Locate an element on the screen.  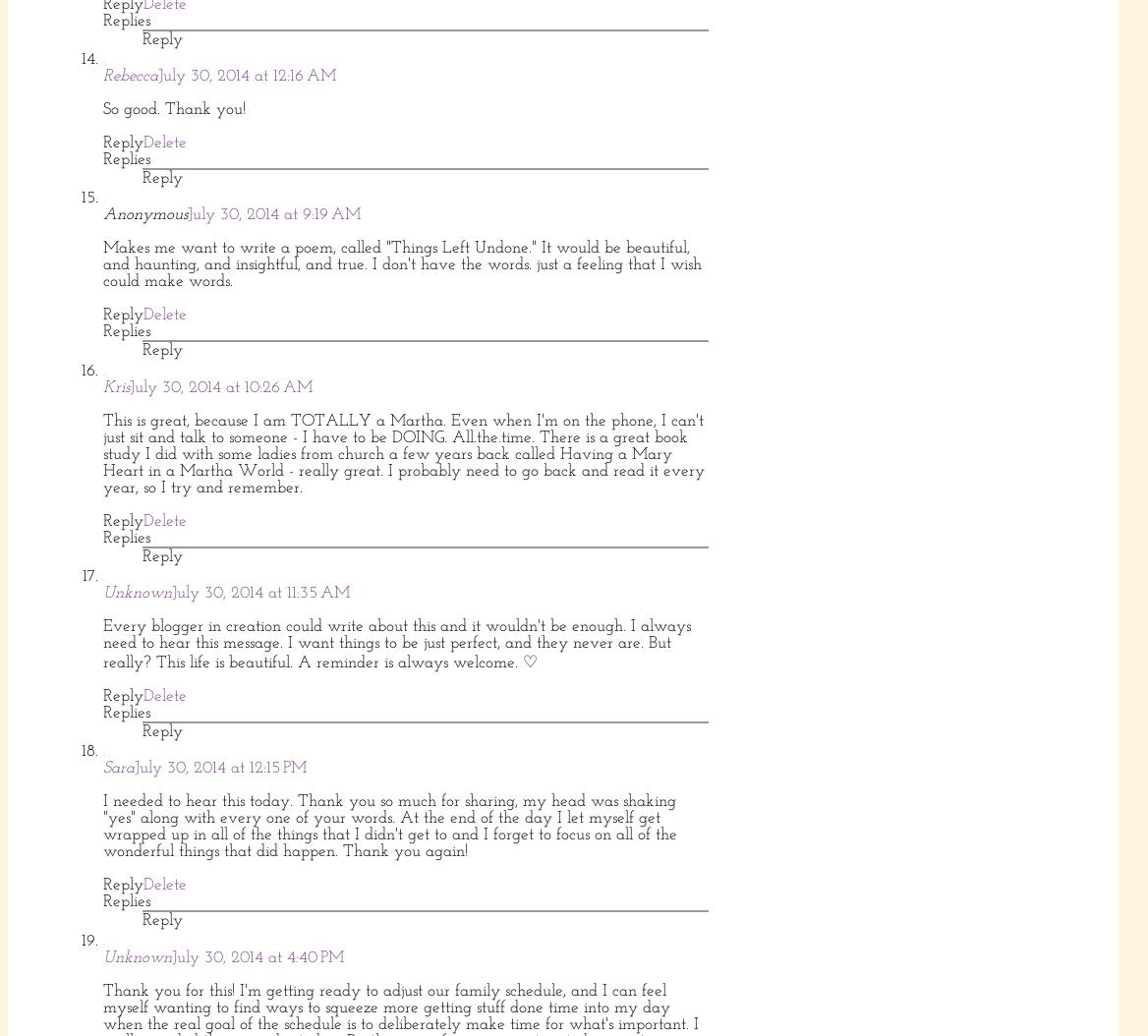
'Rebecca' is located at coordinates (130, 74).